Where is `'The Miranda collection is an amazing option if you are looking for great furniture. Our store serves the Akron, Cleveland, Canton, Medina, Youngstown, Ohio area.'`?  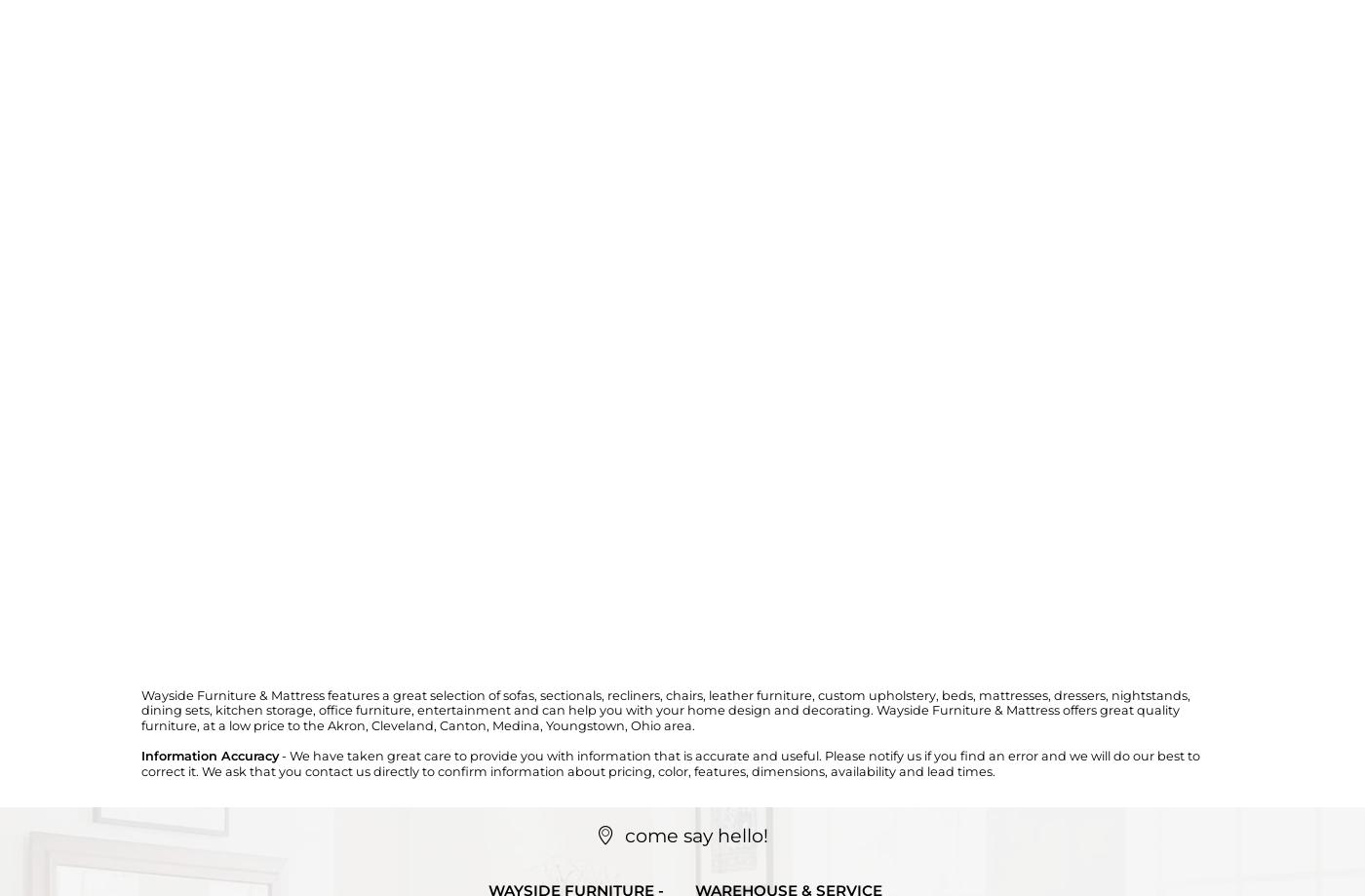
'The Miranda collection is an amazing option if you are looking for great furniture. Our store serves the Akron, Cleveland, Canton, Medina, Youngstown, Ohio area.' is located at coordinates (68, 467).